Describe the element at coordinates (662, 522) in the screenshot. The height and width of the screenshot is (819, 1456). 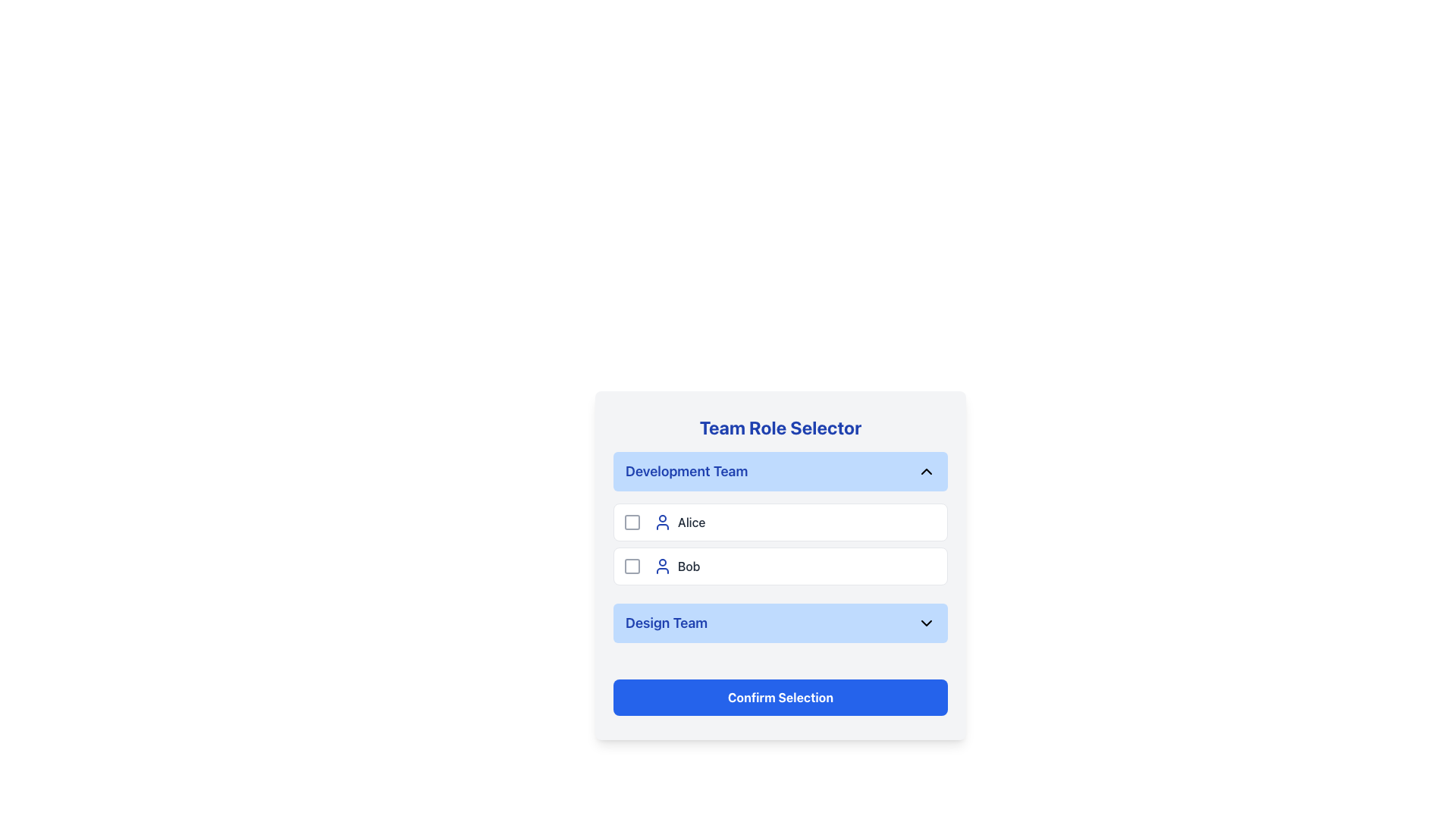
I see `the user icon depicting a person with a circular head and a blue outline, located between a square icon and the text 'Alice' in the 'Development Team' section` at that location.